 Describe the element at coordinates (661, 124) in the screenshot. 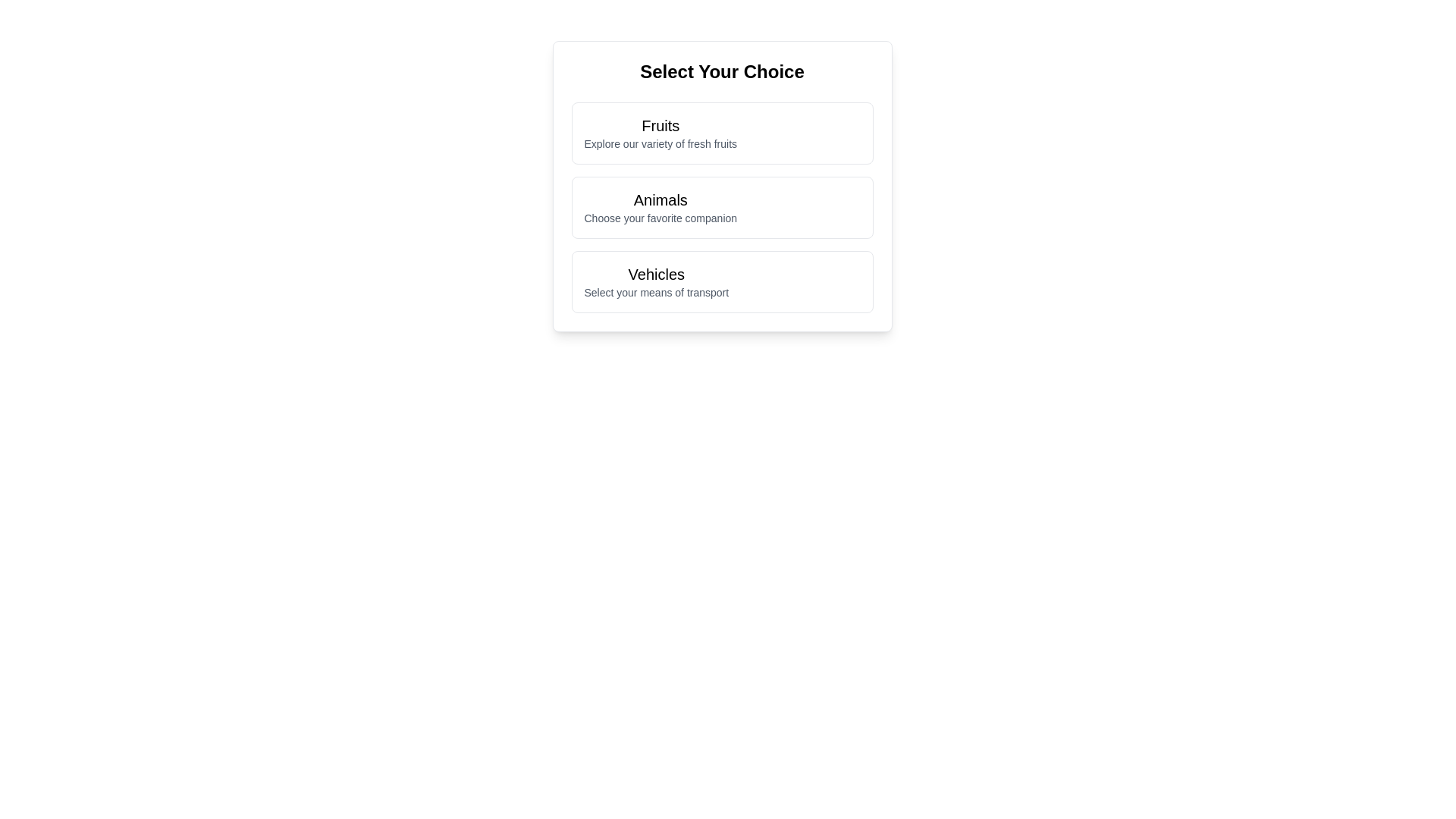

I see `the prominent text label 'Fruits' at the top of the menu` at that location.